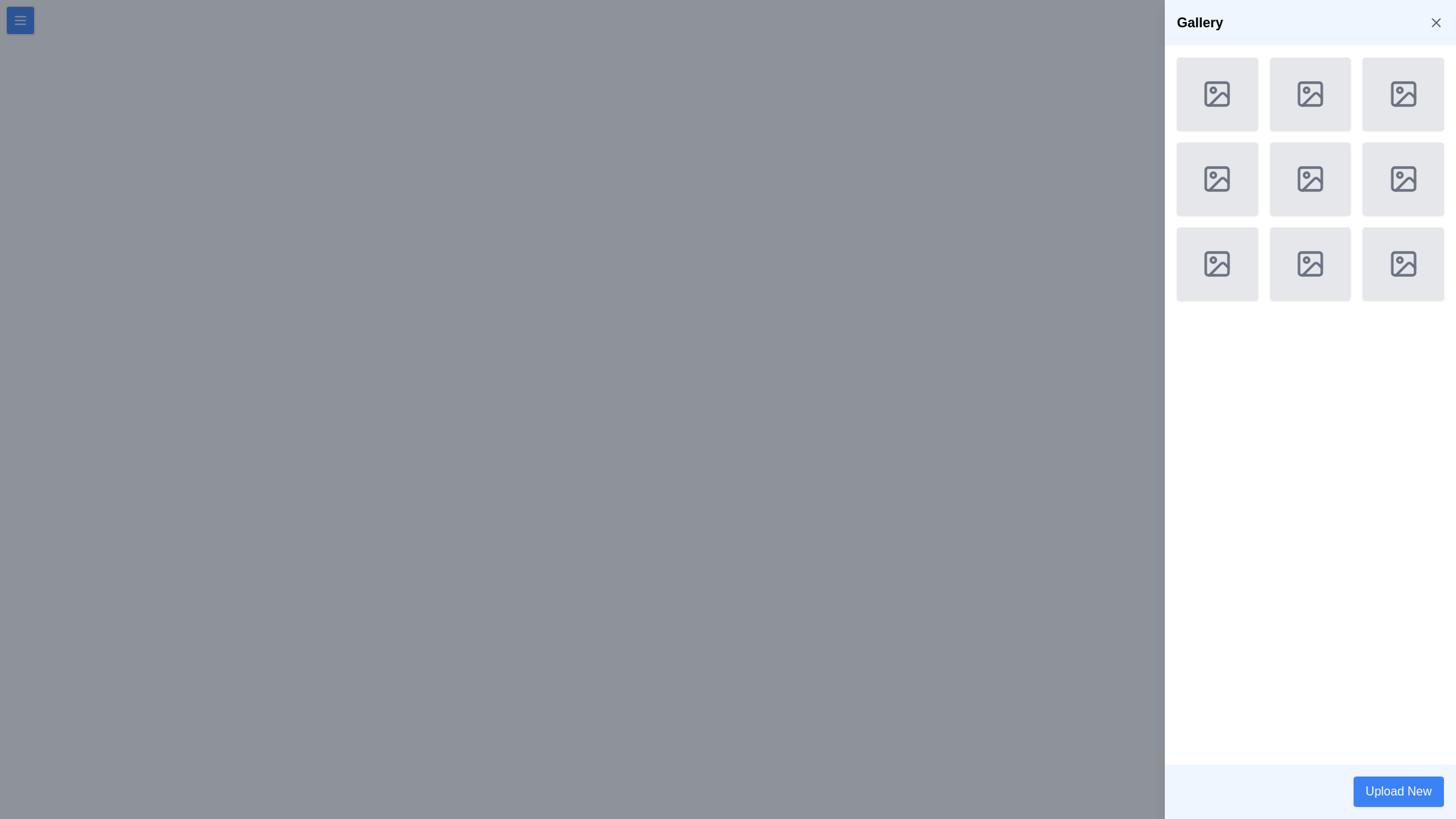  What do you see at coordinates (1436, 23) in the screenshot?
I see `the 'X' close icon in the upper-right corner of the 'Gallery' banner to change its color` at bounding box center [1436, 23].